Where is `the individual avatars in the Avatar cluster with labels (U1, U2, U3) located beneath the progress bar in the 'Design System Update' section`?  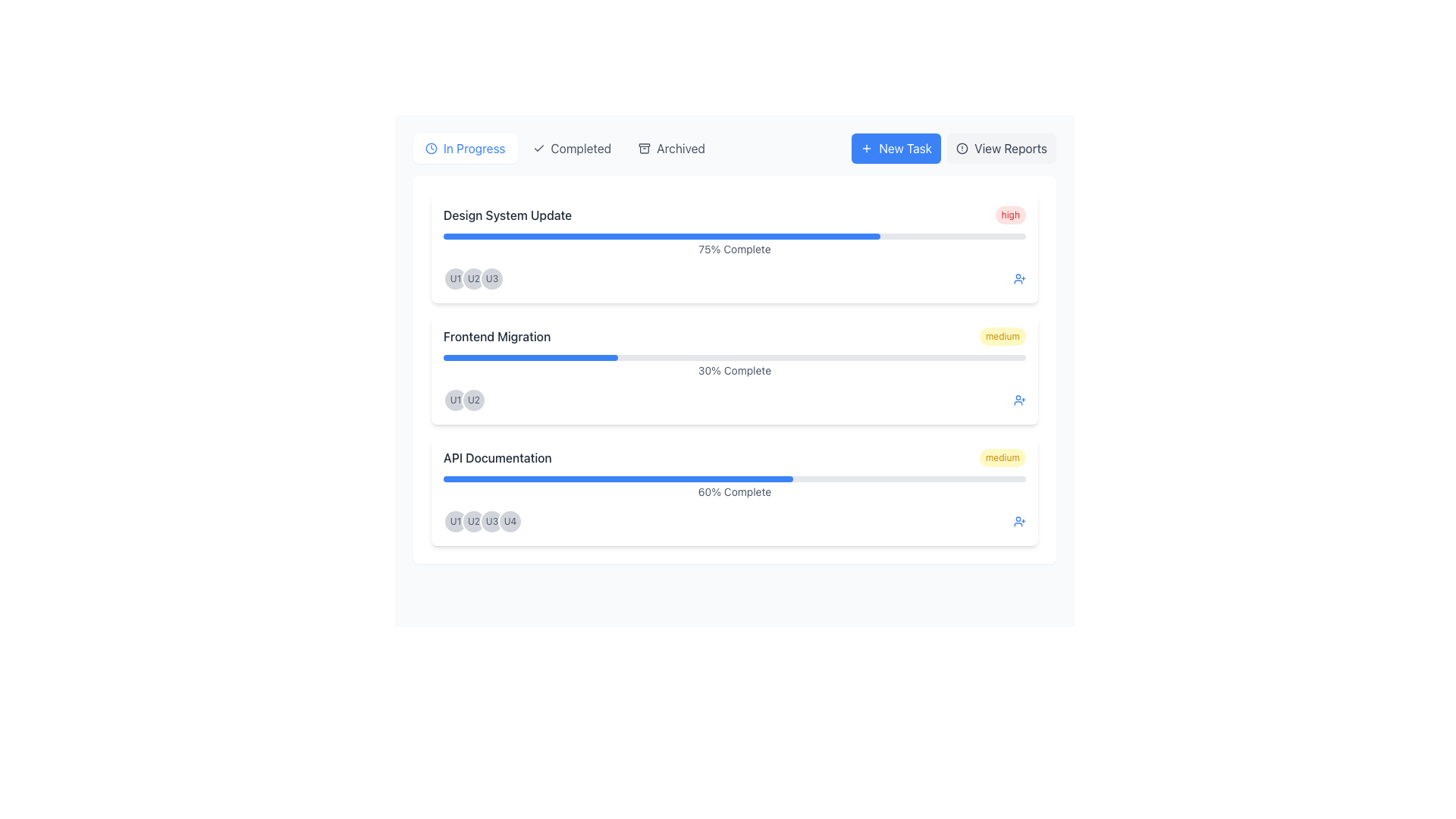 the individual avatars in the Avatar cluster with labels (U1, U2, U3) located beneath the progress bar in the 'Design System Update' section is located at coordinates (472, 278).